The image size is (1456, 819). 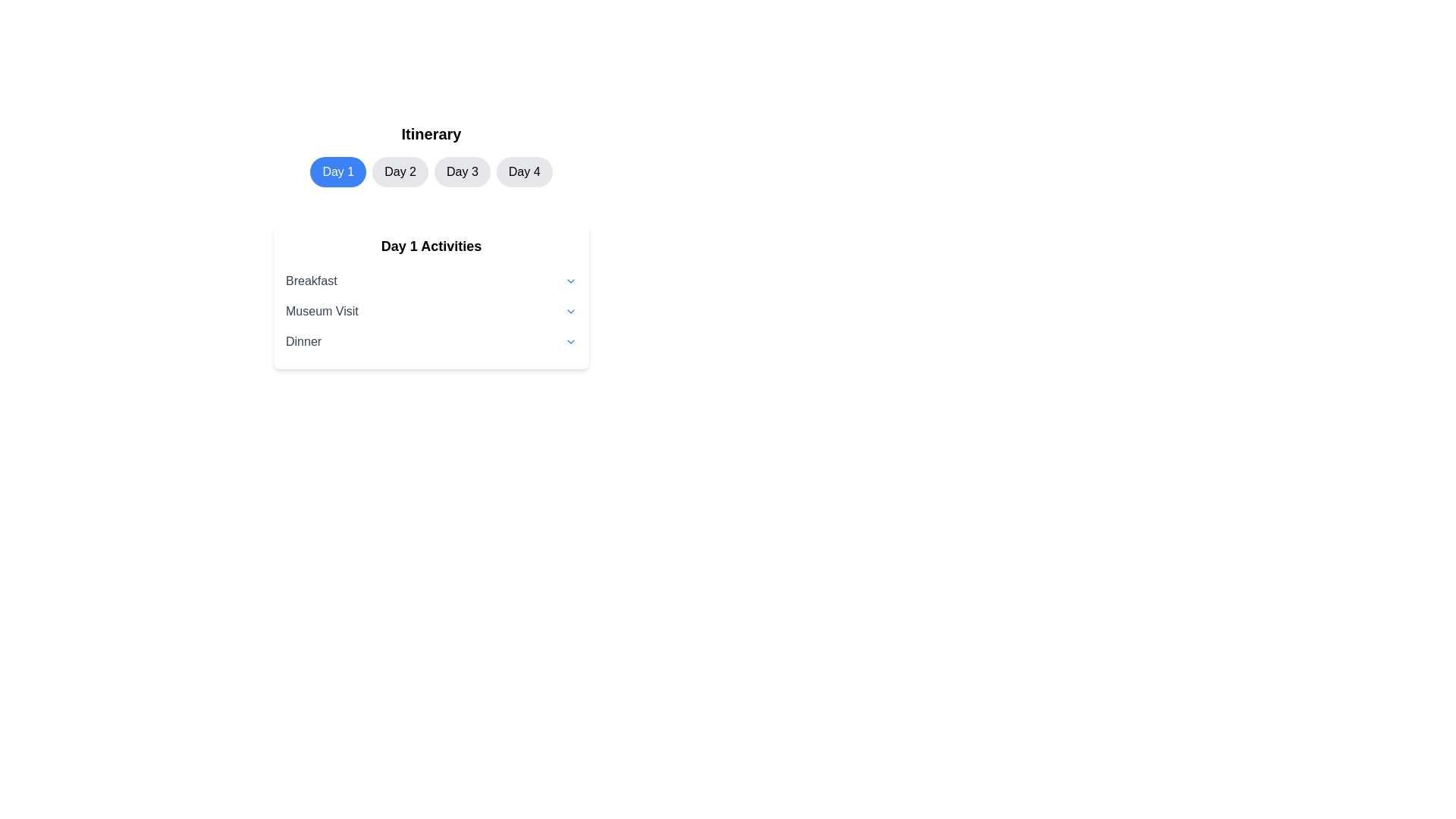 What do you see at coordinates (321, 311) in the screenshot?
I see `the static text label displaying 'Museum Visit', which is the second item in the 'Day 1 Activities' list, positioned between 'Breakfast' and 'Dinner'` at bounding box center [321, 311].